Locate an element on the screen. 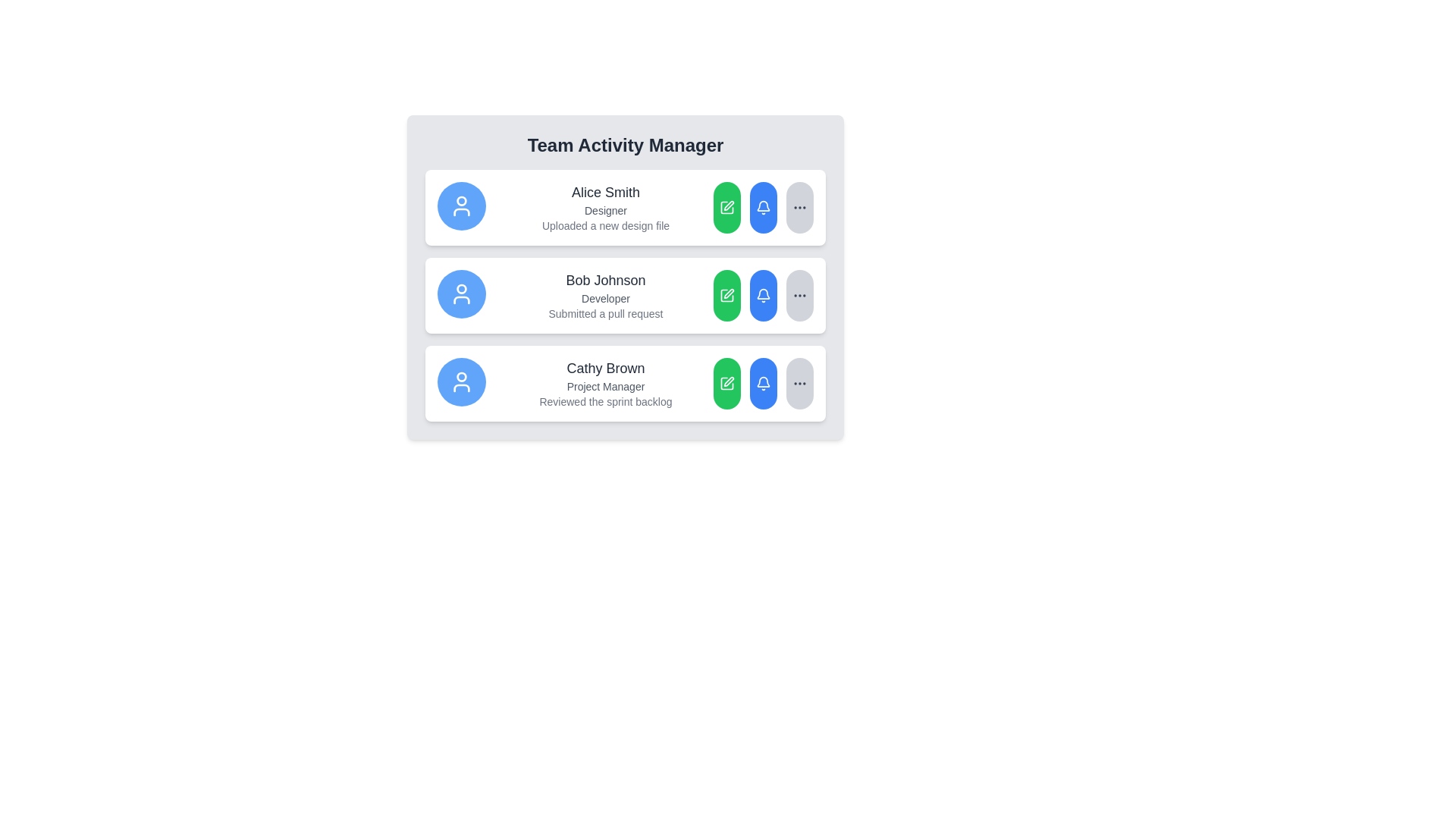 This screenshot has height=819, width=1456. the icon representing user Cathy Brown in the Team Activity Manager interface, located in the top-left section of her card, which is the third card in the list is located at coordinates (461, 381).